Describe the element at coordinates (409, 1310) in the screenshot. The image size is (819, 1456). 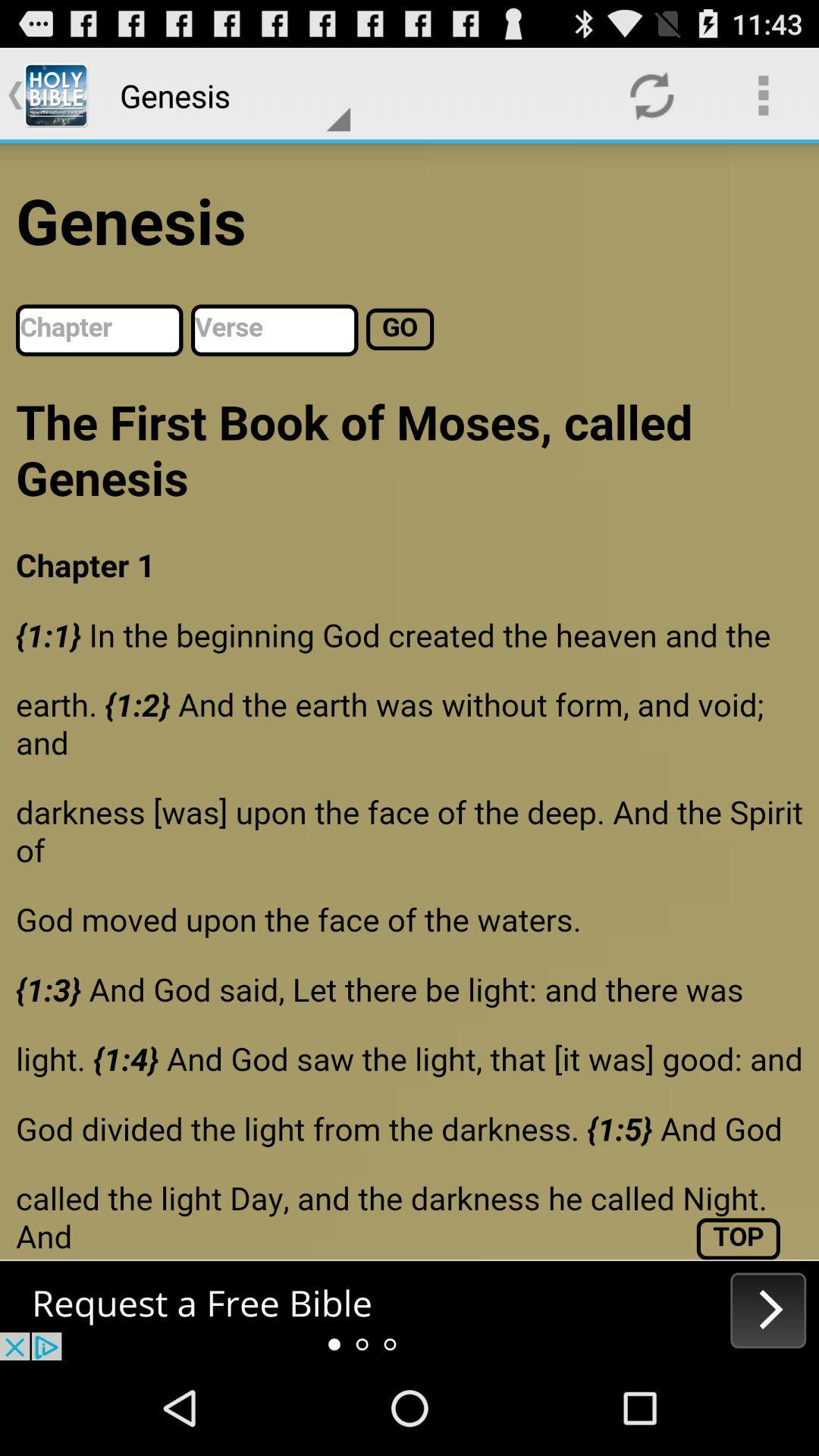
I see `the next option` at that location.